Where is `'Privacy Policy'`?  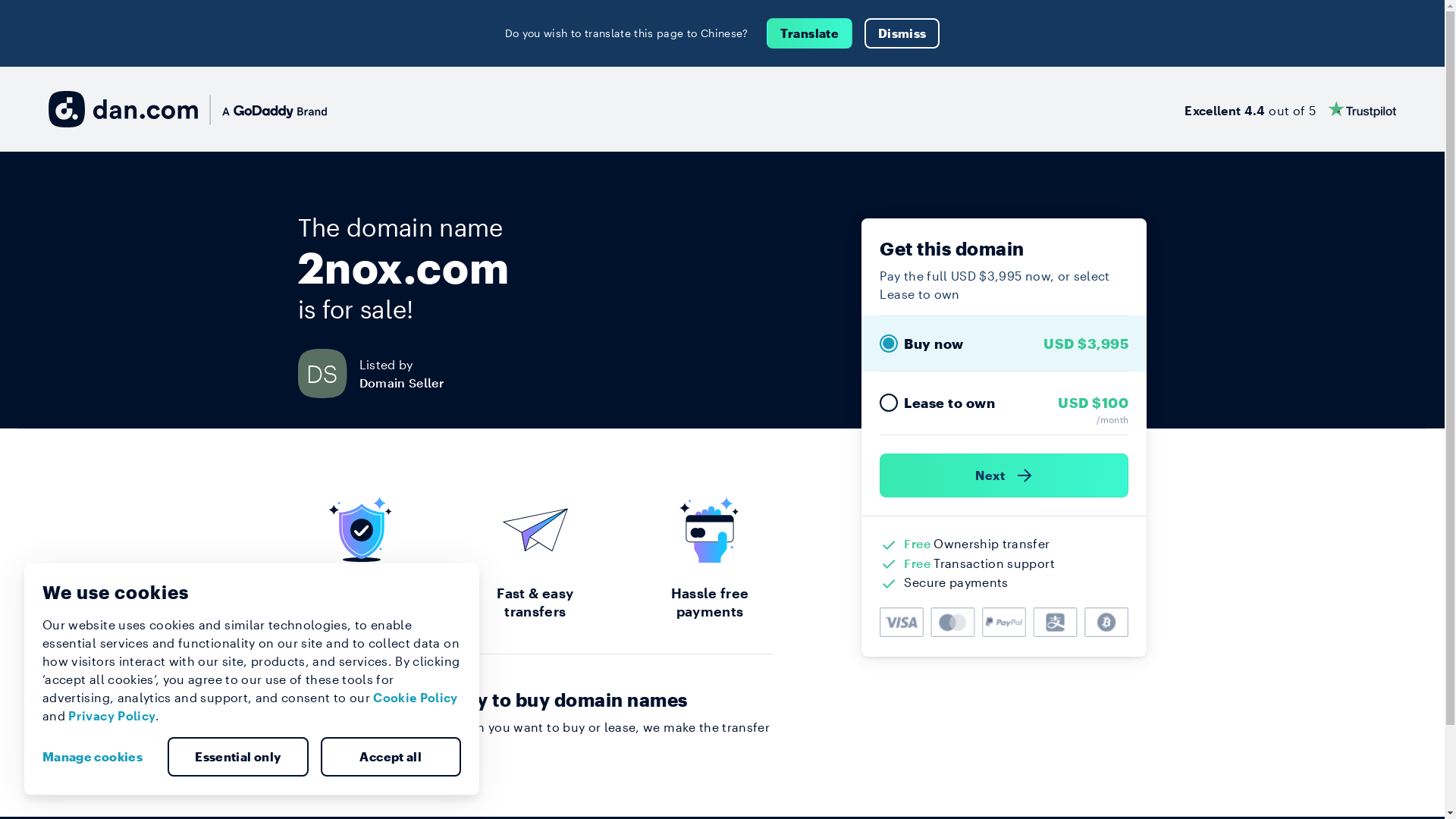
'Privacy Policy' is located at coordinates (111, 715).